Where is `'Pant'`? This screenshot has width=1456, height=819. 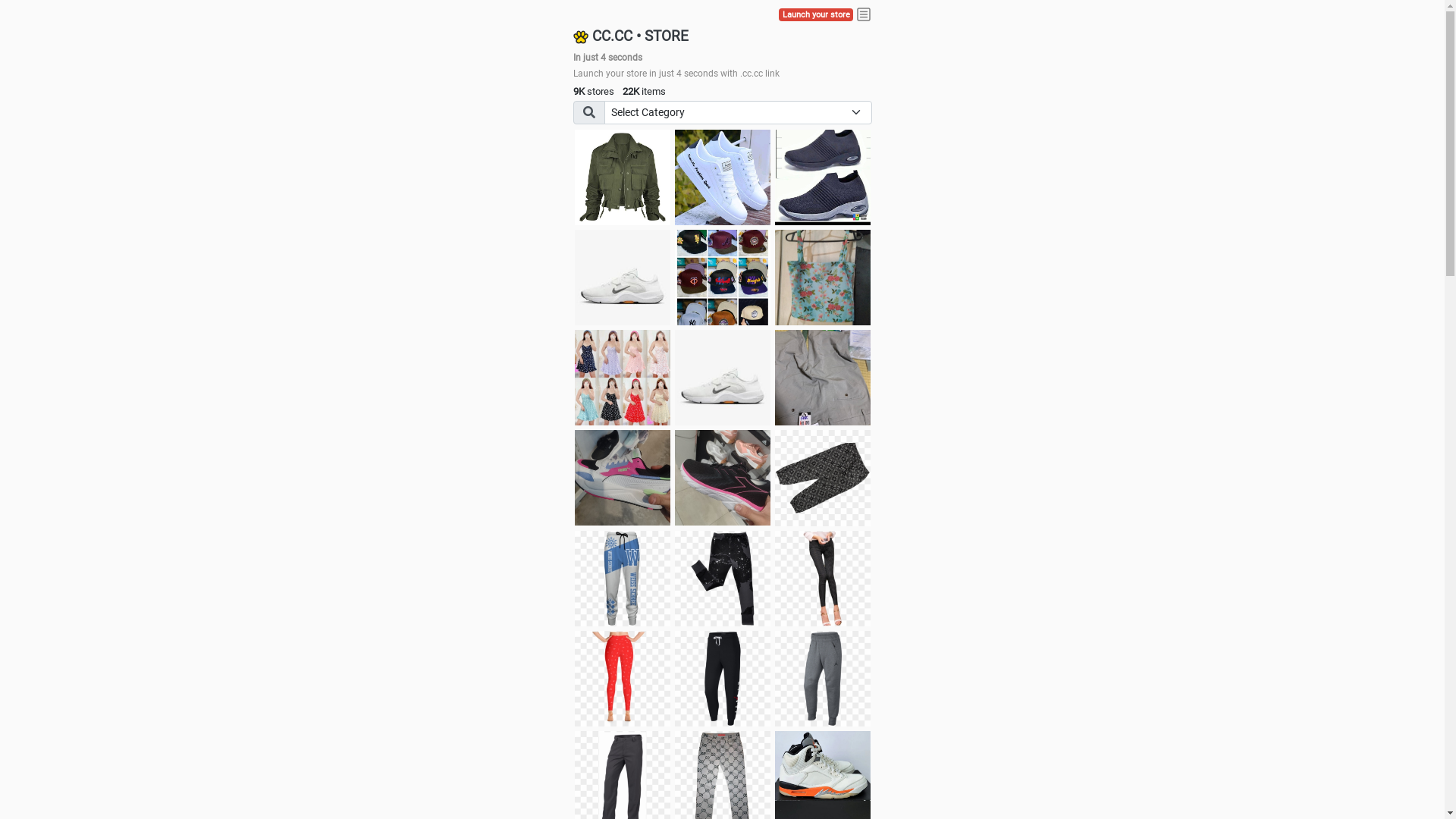 'Pant' is located at coordinates (673, 677).